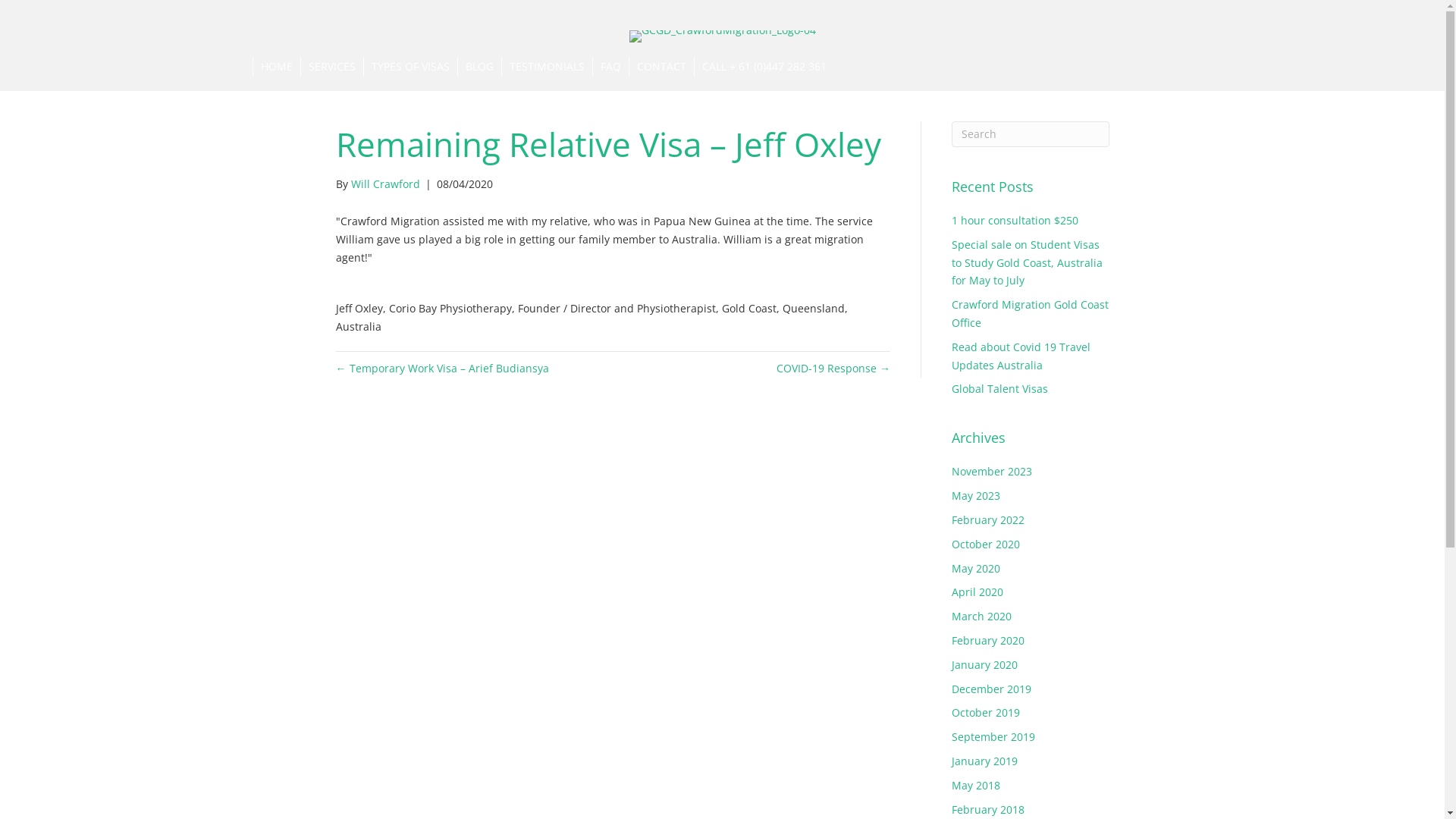 This screenshot has width=1456, height=819. I want to click on 'Type and press Enter to search.', so click(1030, 133).